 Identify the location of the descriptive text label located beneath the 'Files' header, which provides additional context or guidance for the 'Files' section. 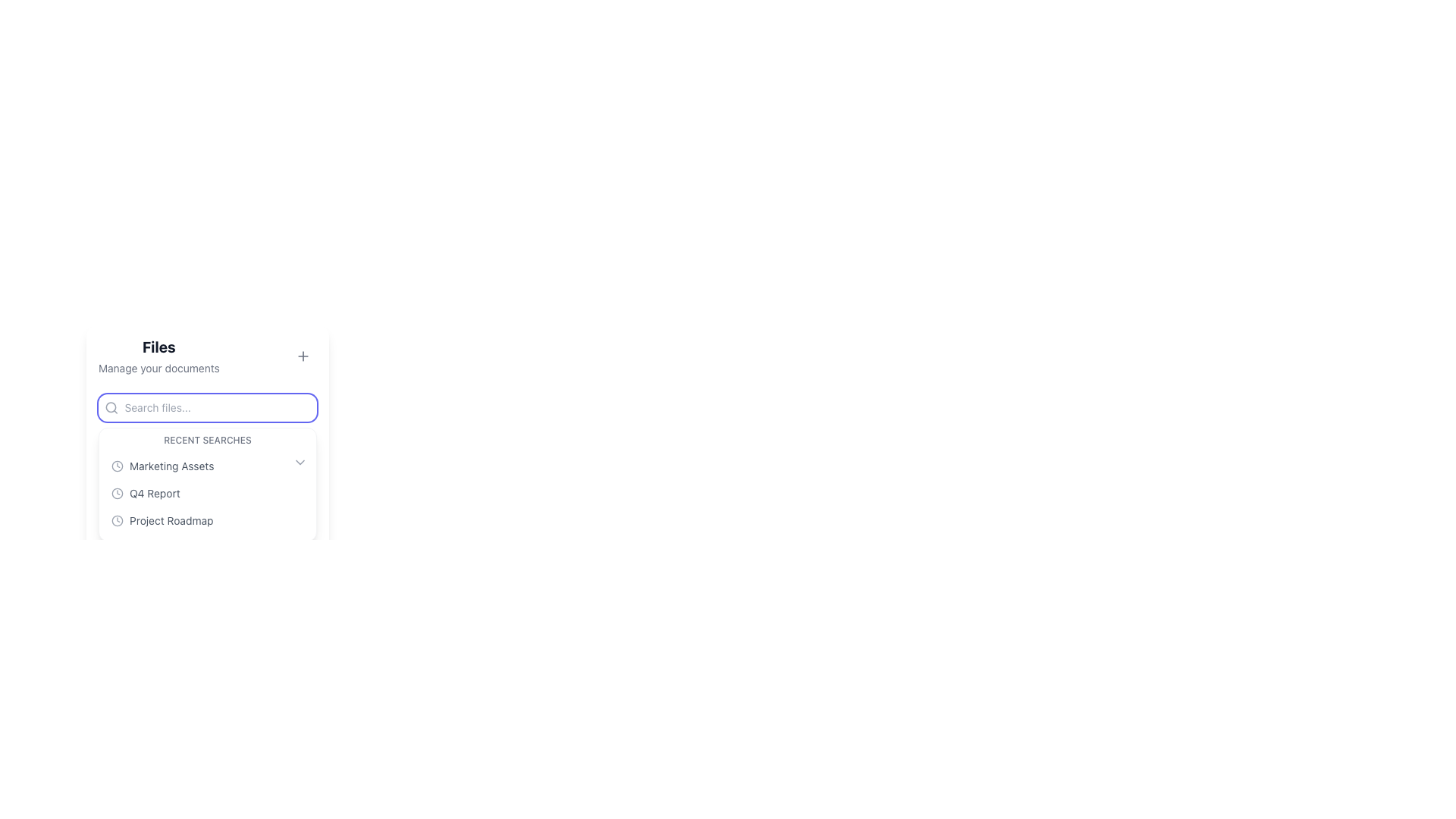
(158, 369).